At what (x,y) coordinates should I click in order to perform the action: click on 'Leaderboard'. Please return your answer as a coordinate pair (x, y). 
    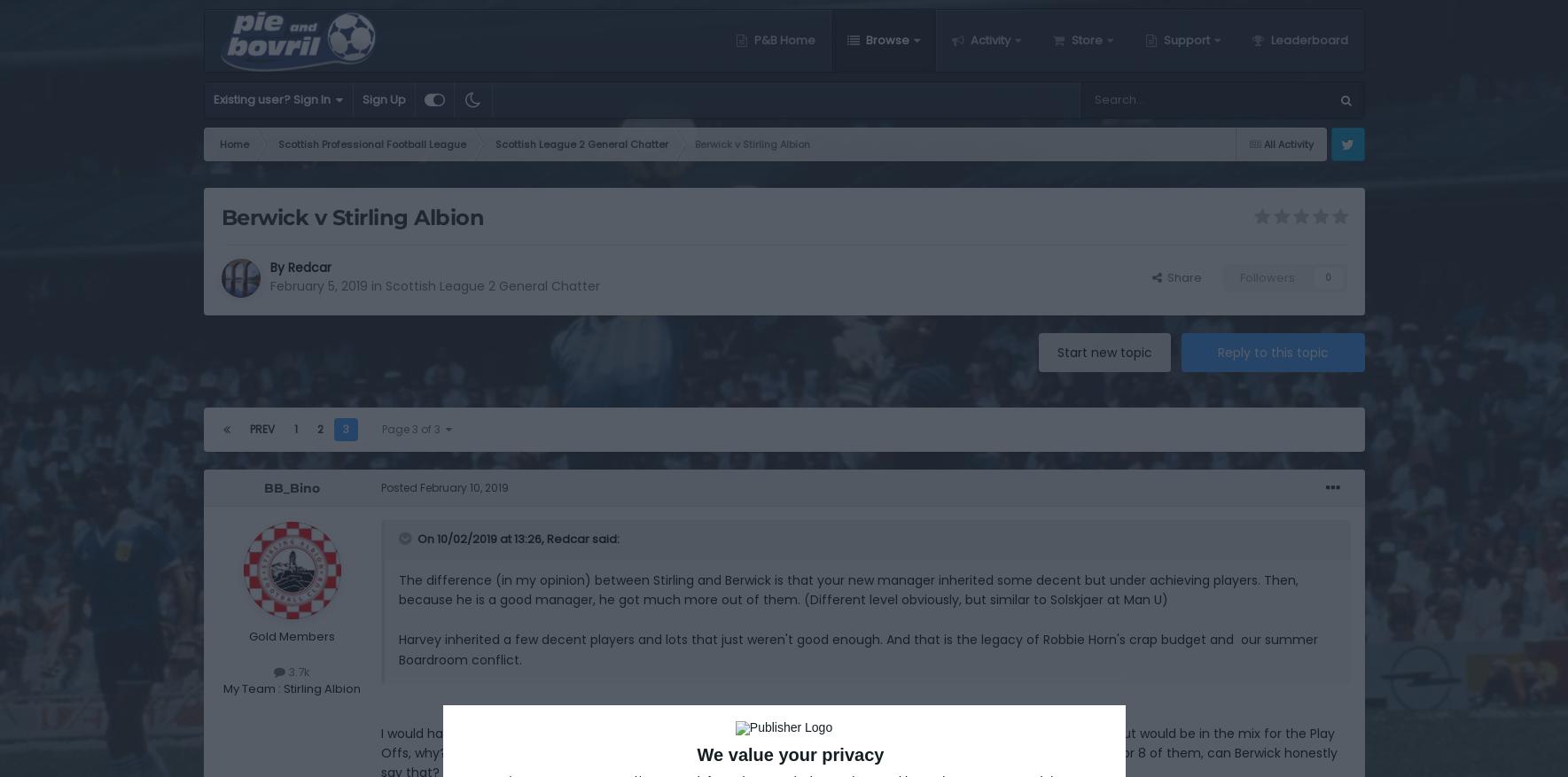
    Looking at the image, I should click on (1306, 39).